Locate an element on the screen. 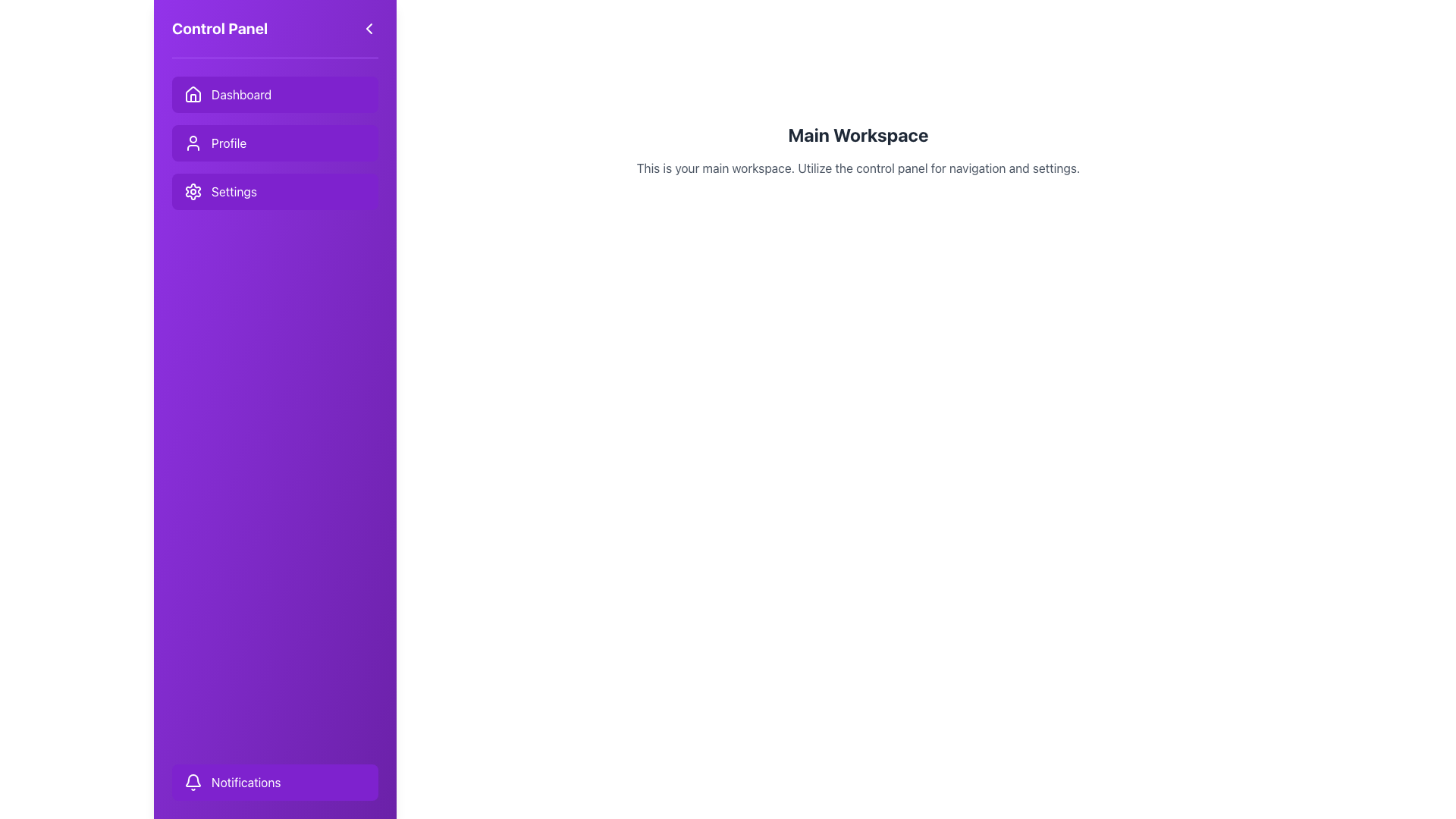  the 'Home' icon in the navigation panel is located at coordinates (192, 93).